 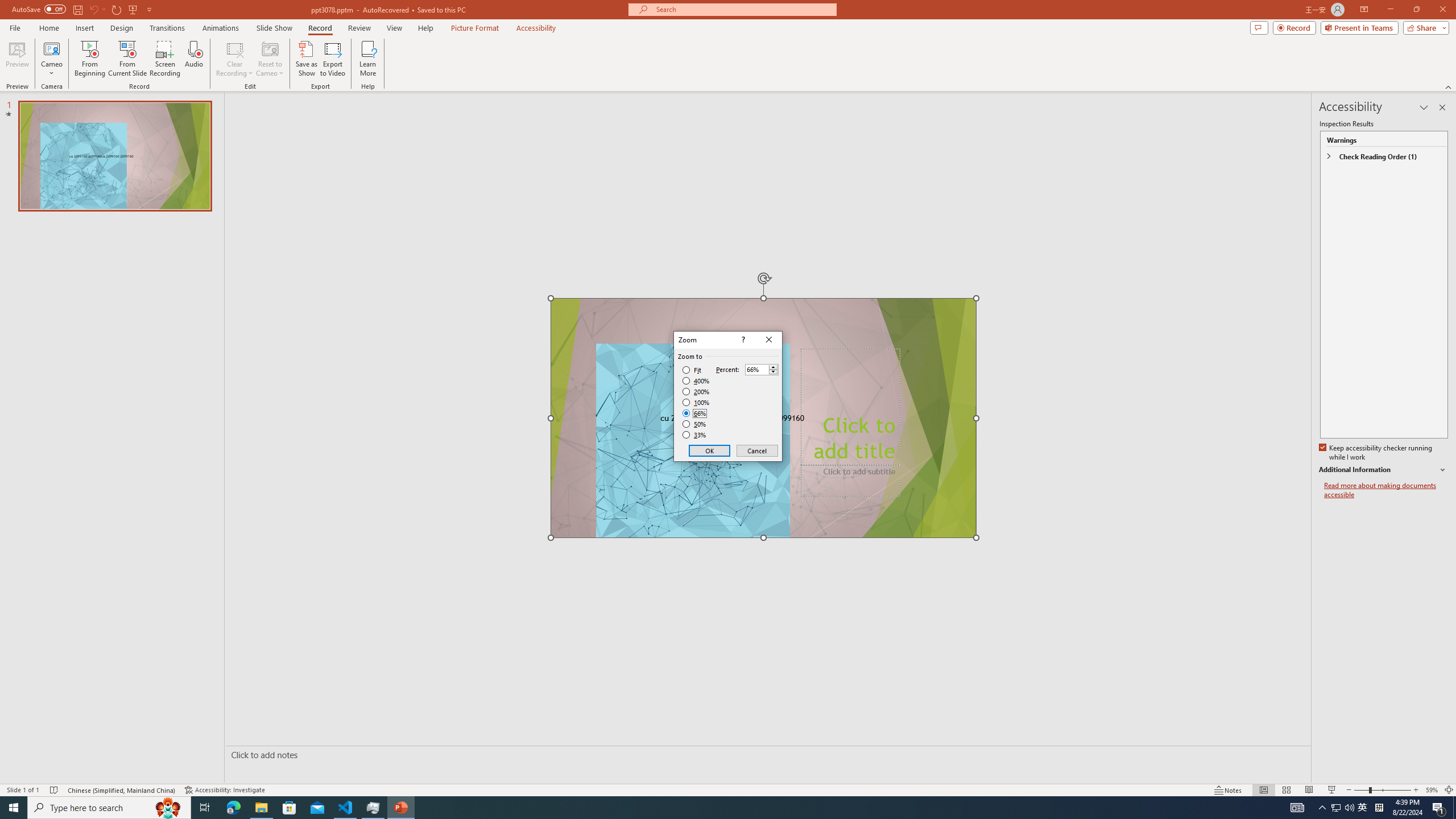 I want to click on 'File Explorer - 1 running window', so click(x=260, y=806).